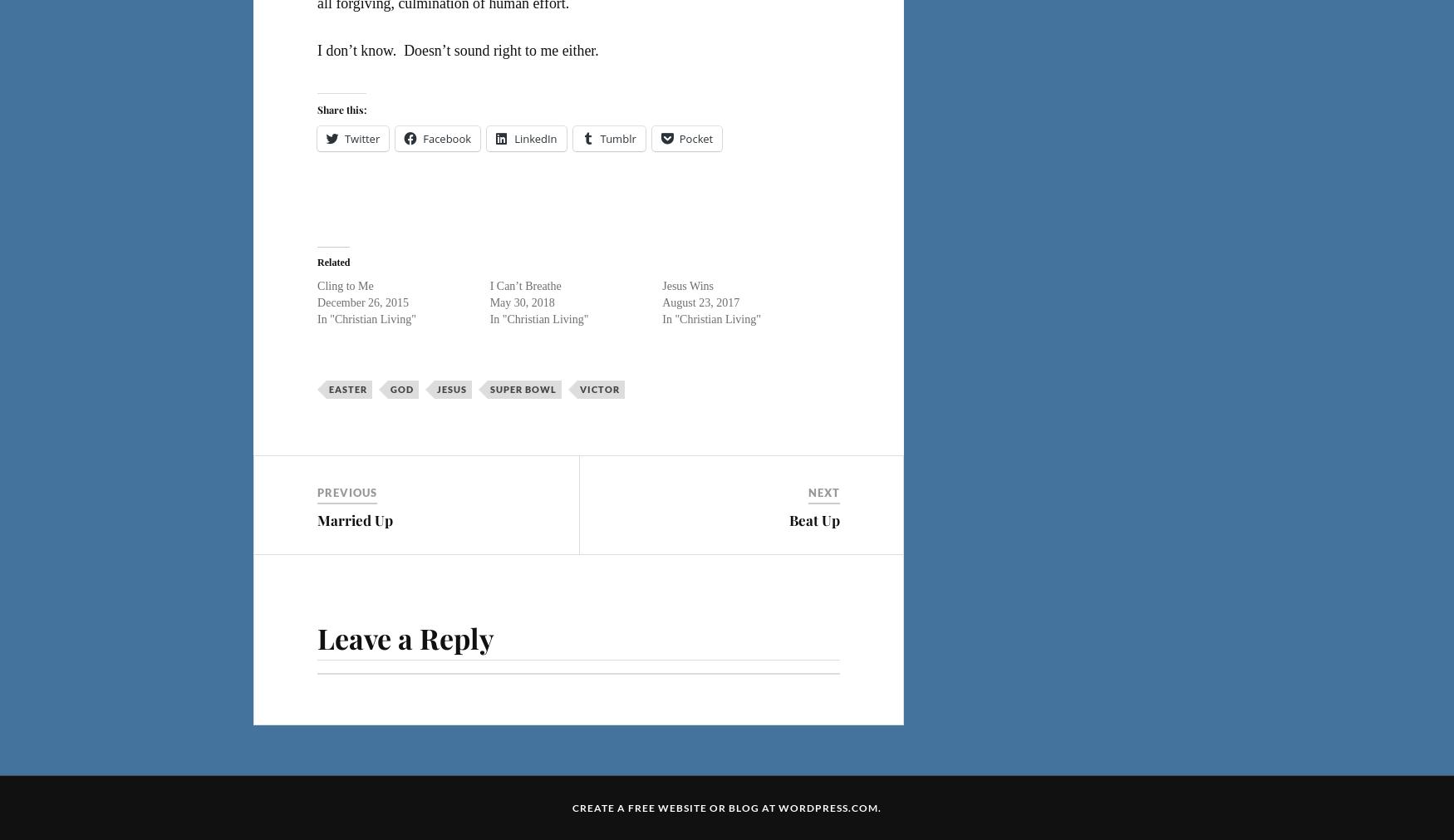 The height and width of the screenshot is (840, 1454). What do you see at coordinates (457, 49) in the screenshot?
I see `'I don’t know.  Doesn’t sound right to me either.'` at bounding box center [457, 49].